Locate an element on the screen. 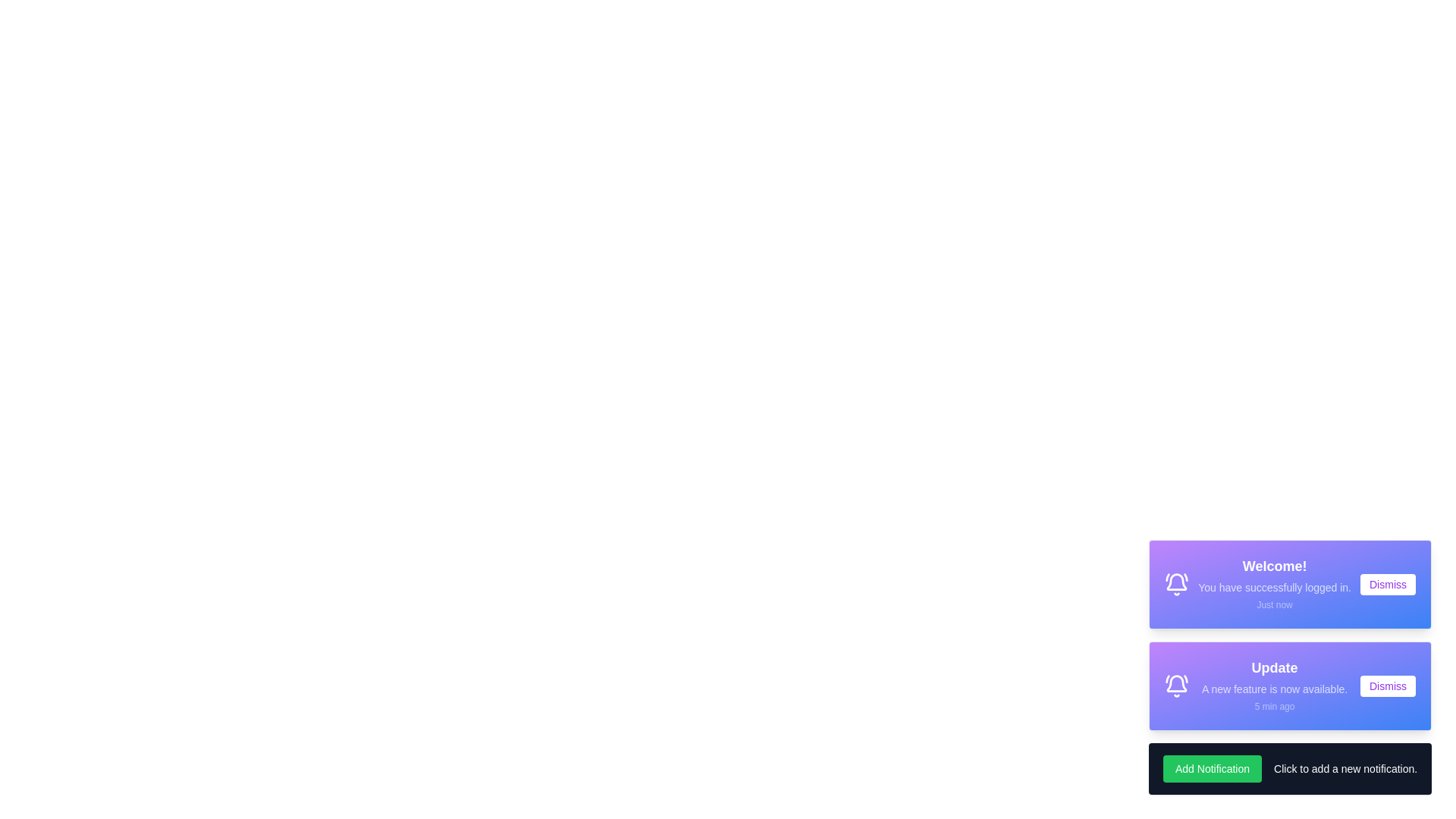  'Add Notification' button to add a new notification is located at coordinates (1211, 769).